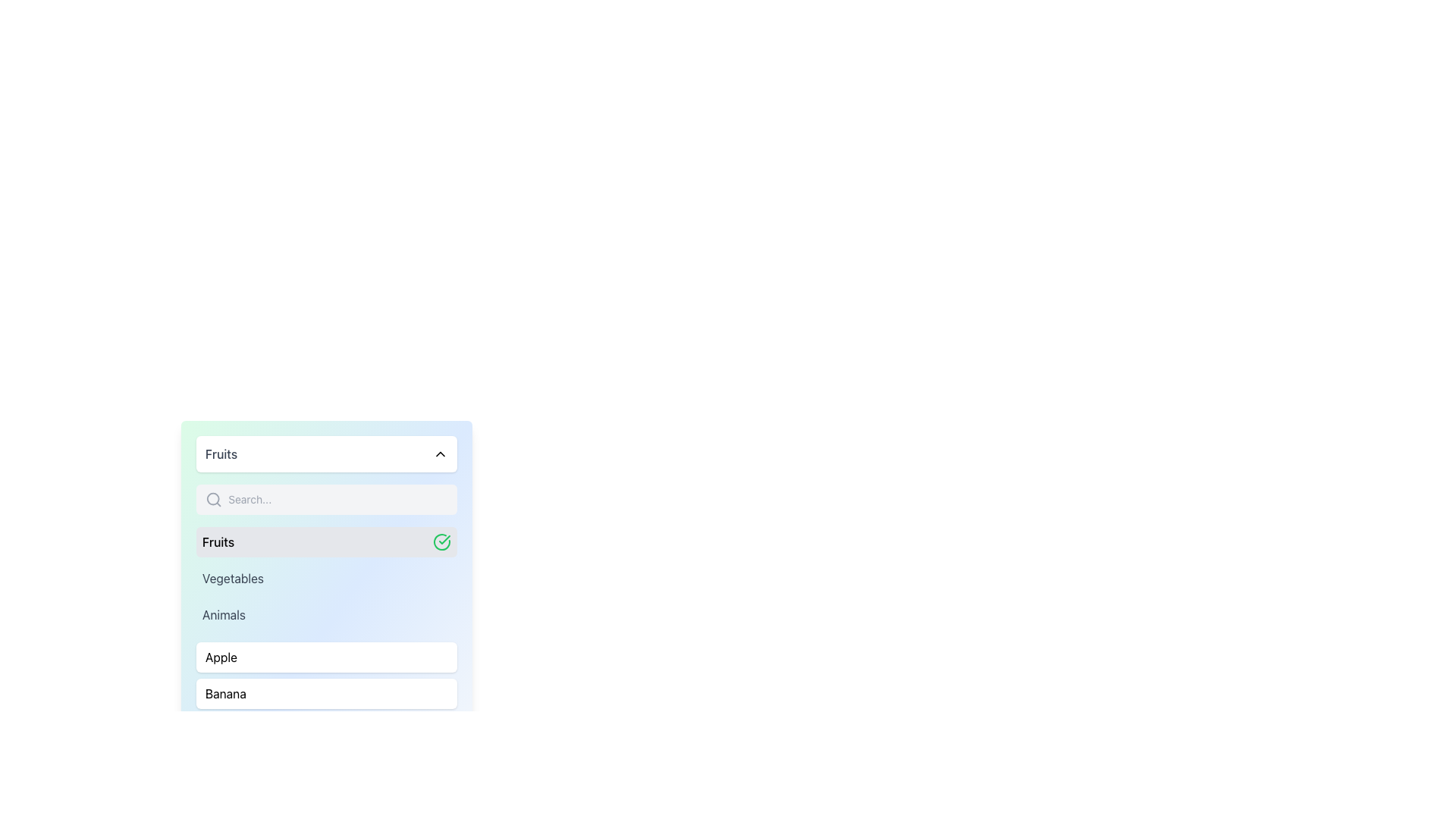 This screenshot has height=819, width=1456. What do you see at coordinates (212, 499) in the screenshot?
I see `the inner circle of the magnifying glass icon within the search bar area` at bounding box center [212, 499].